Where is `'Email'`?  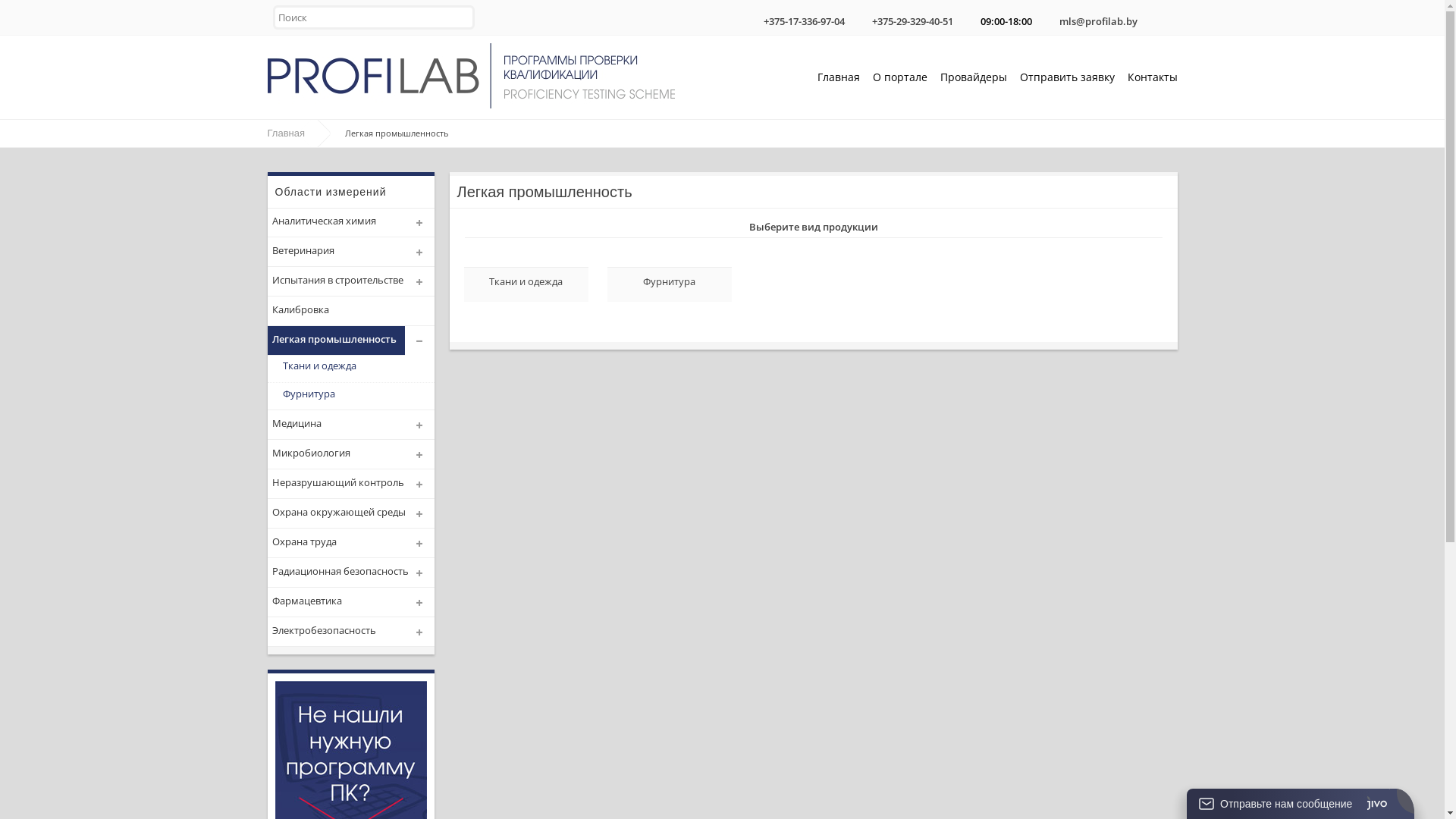
'Email' is located at coordinates (1047, 17).